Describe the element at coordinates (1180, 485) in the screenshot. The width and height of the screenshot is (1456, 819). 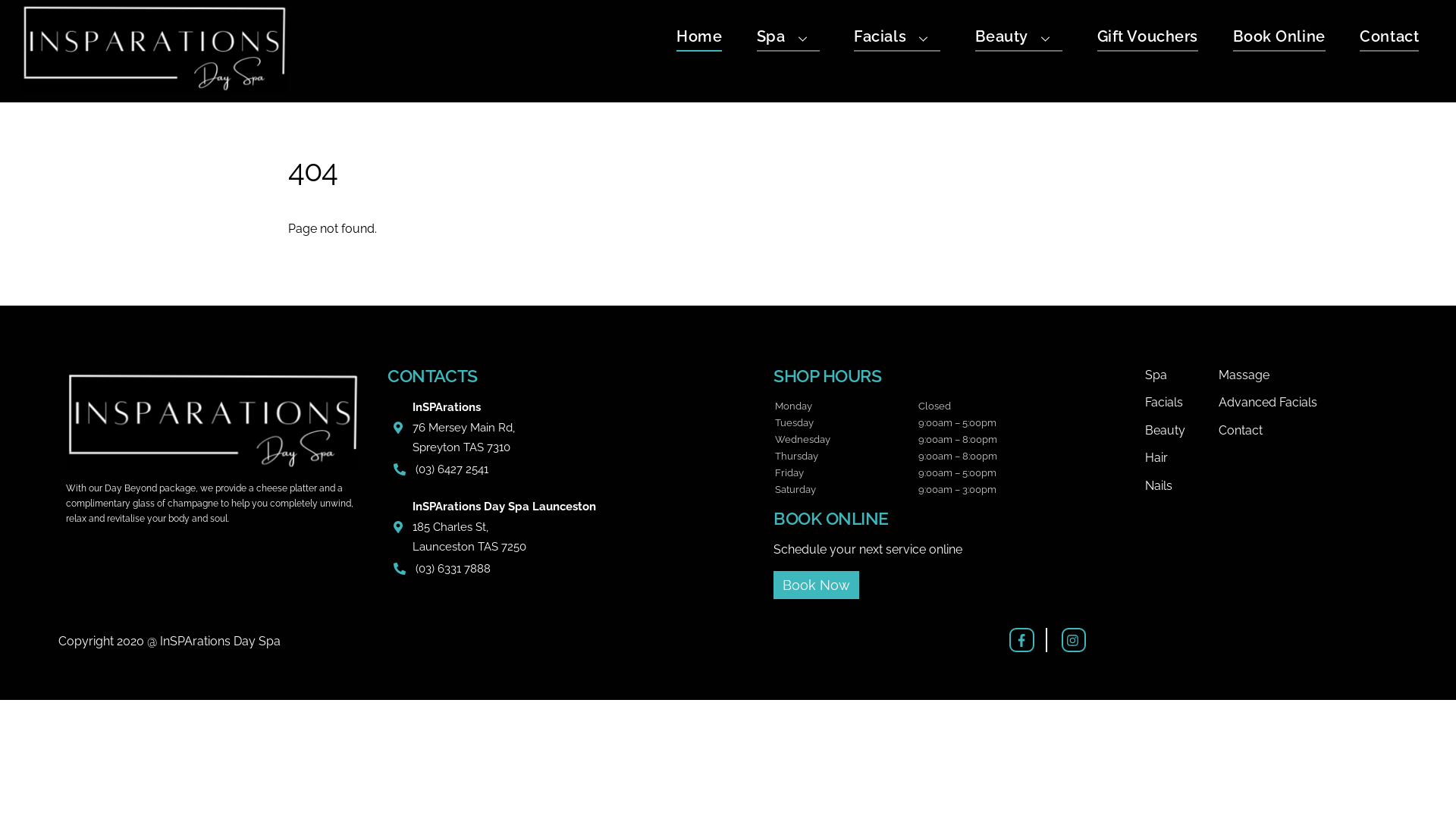
I see `'Nails'` at that location.